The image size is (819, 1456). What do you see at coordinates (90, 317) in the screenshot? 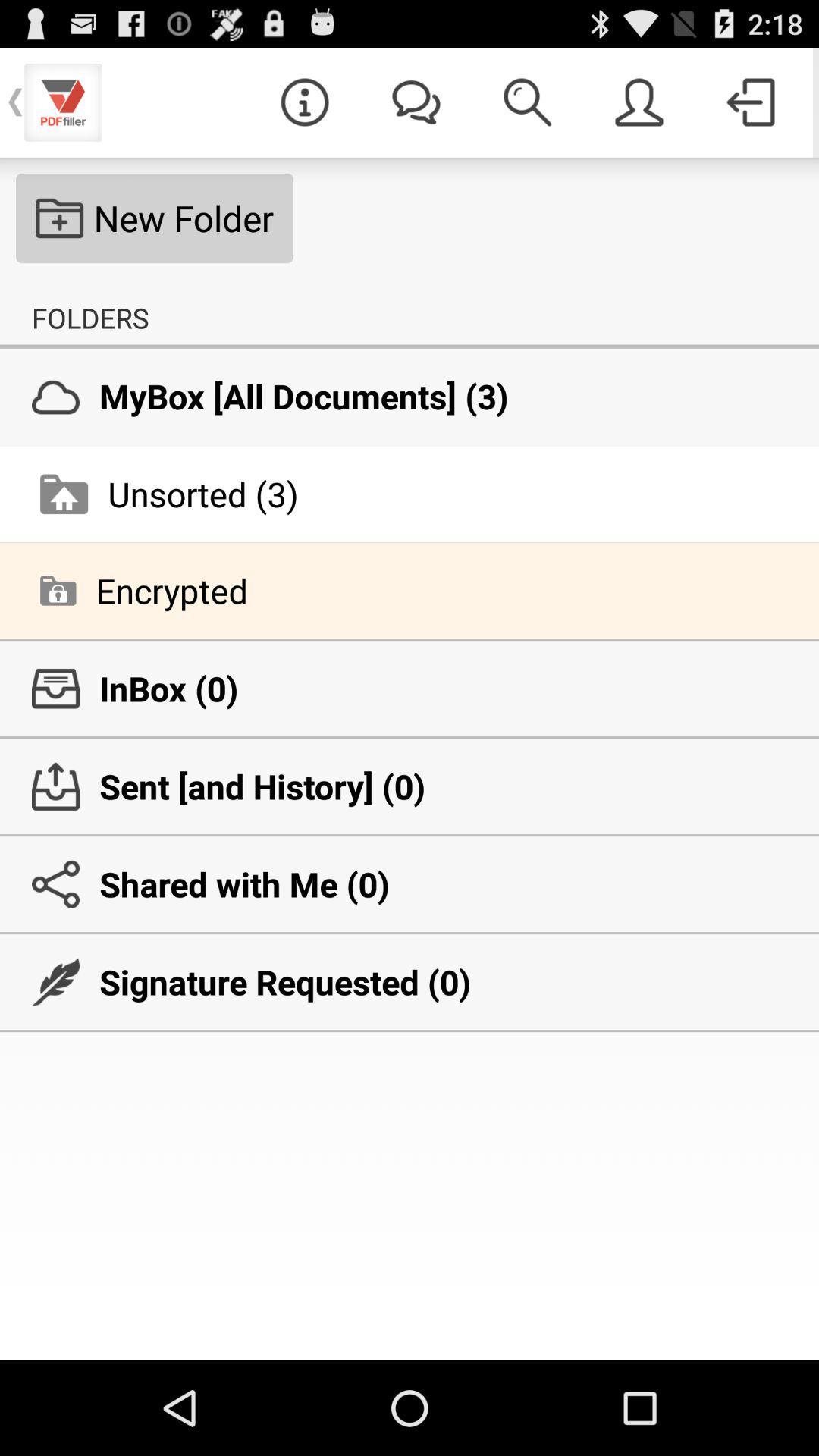
I see `folders item` at bounding box center [90, 317].